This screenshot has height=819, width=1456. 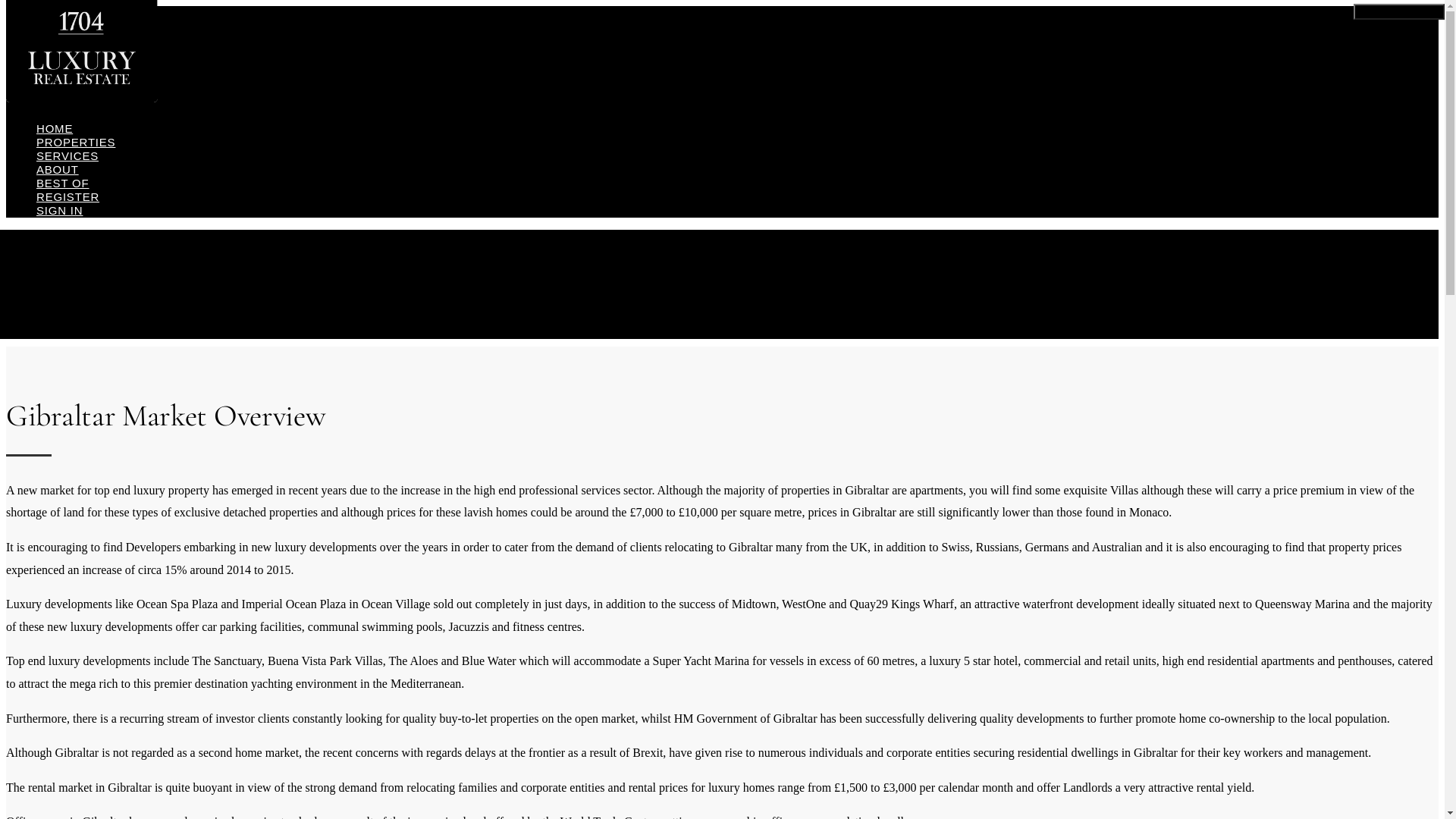 What do you see at coordinates (67, 155) in the screenshot?
I see `'SERVICES'` at bounding box center [67, 155].